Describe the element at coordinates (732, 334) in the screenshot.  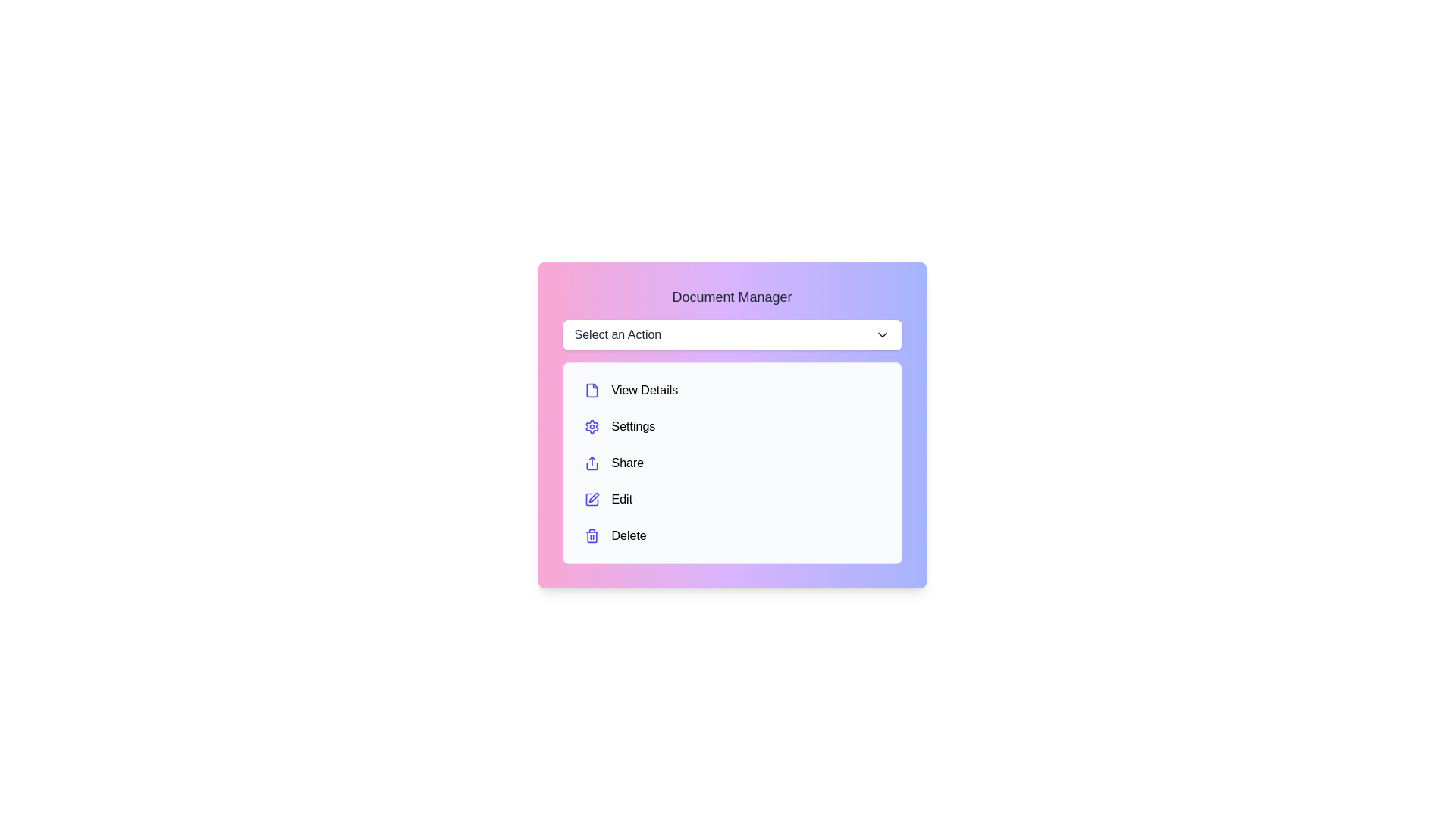
I see `keyboard navigation` at that location.